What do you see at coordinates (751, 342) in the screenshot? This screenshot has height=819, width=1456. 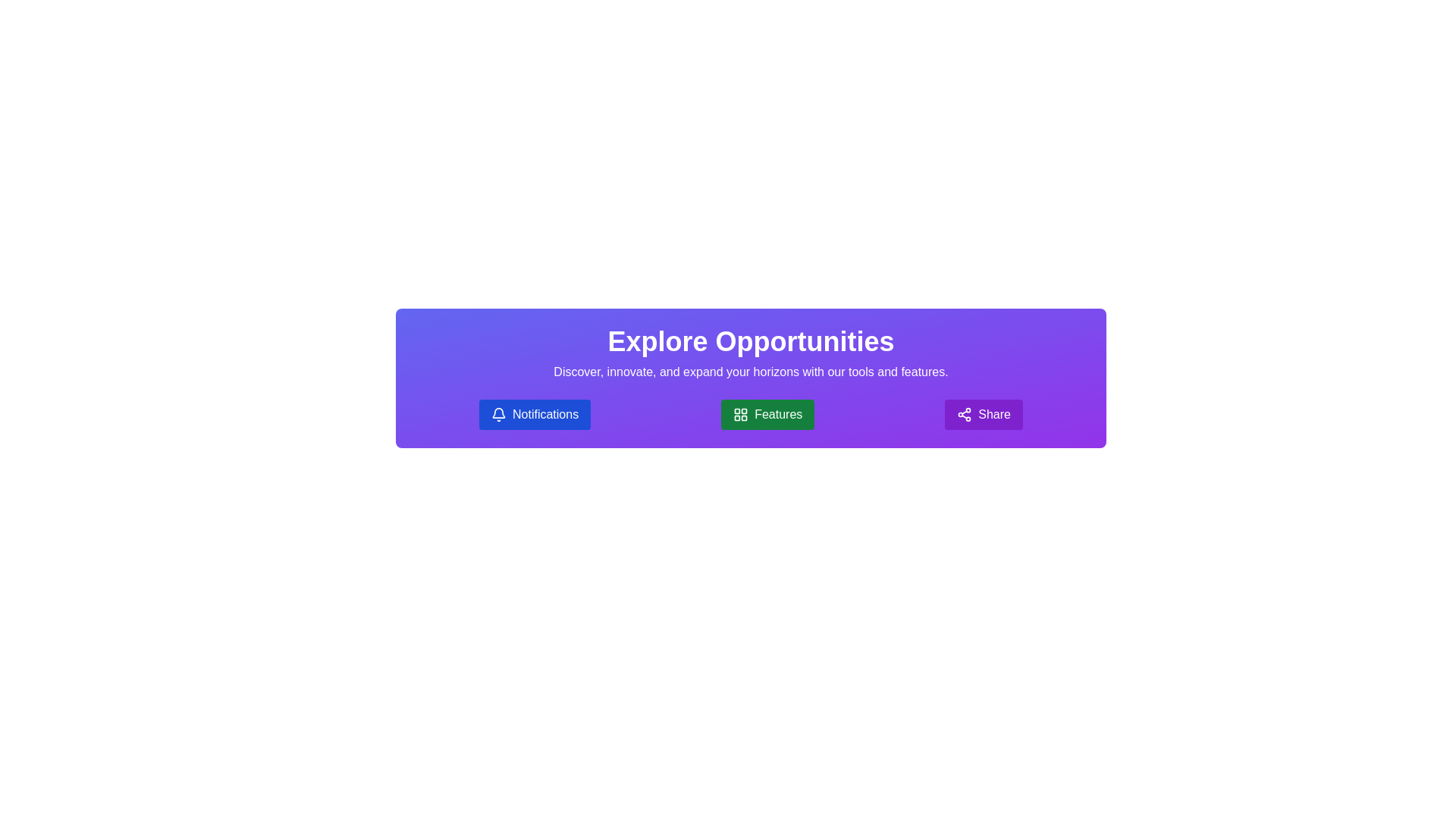 I see `the Text header element that displays 'Explore Opportunities', which is centered at the top of the highlighted section on a purple gradient background` at bounding box center [751, 342].